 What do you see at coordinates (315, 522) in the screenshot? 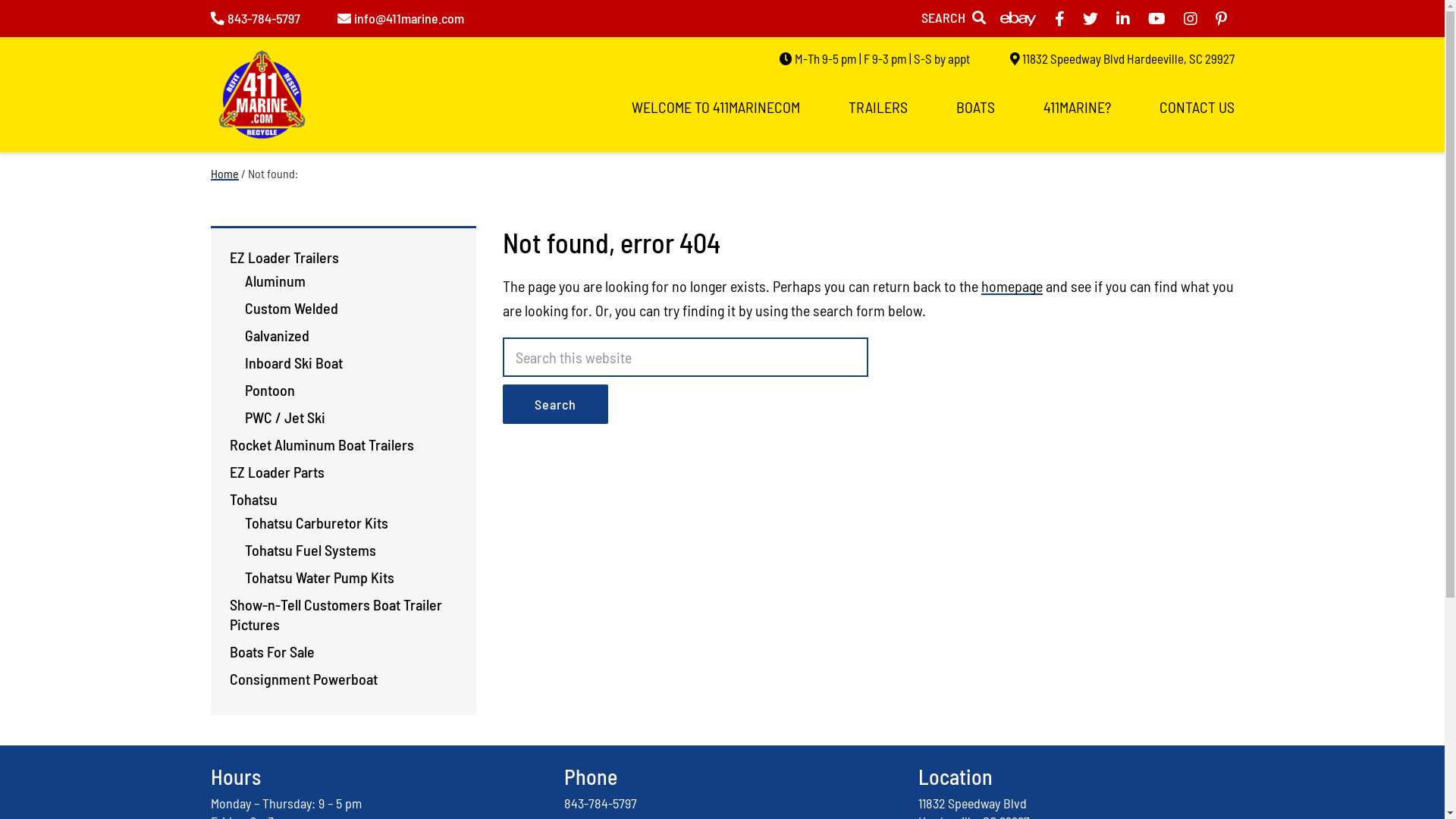
I see `'Tohatsu Carburetor Kits'` at bounding box center [315, 522].